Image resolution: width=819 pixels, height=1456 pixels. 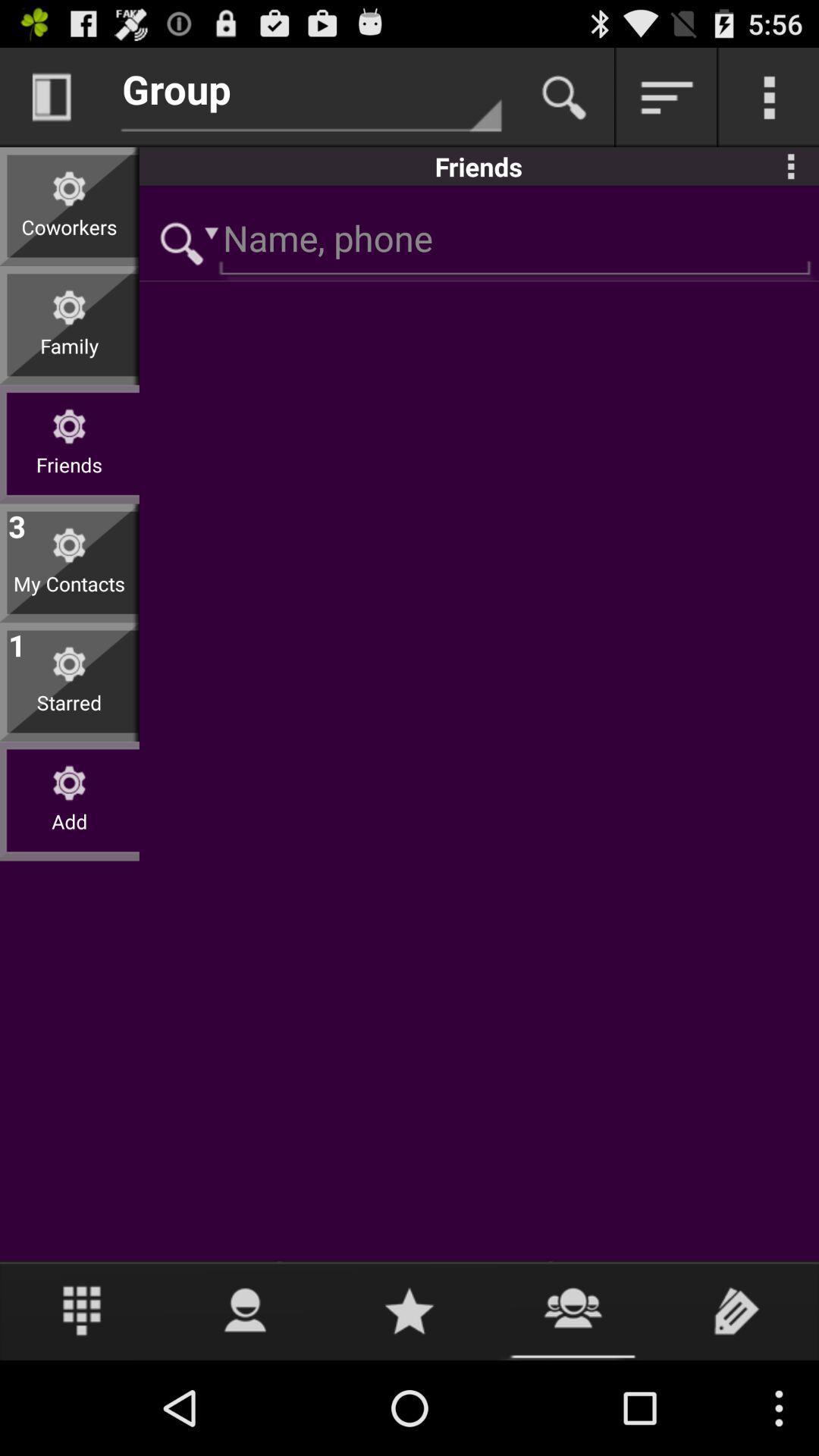 What do you see at coordinates (82, 1401) in the screenshot?
I see `the dialpad icon` at bounding box center [82, 1401].